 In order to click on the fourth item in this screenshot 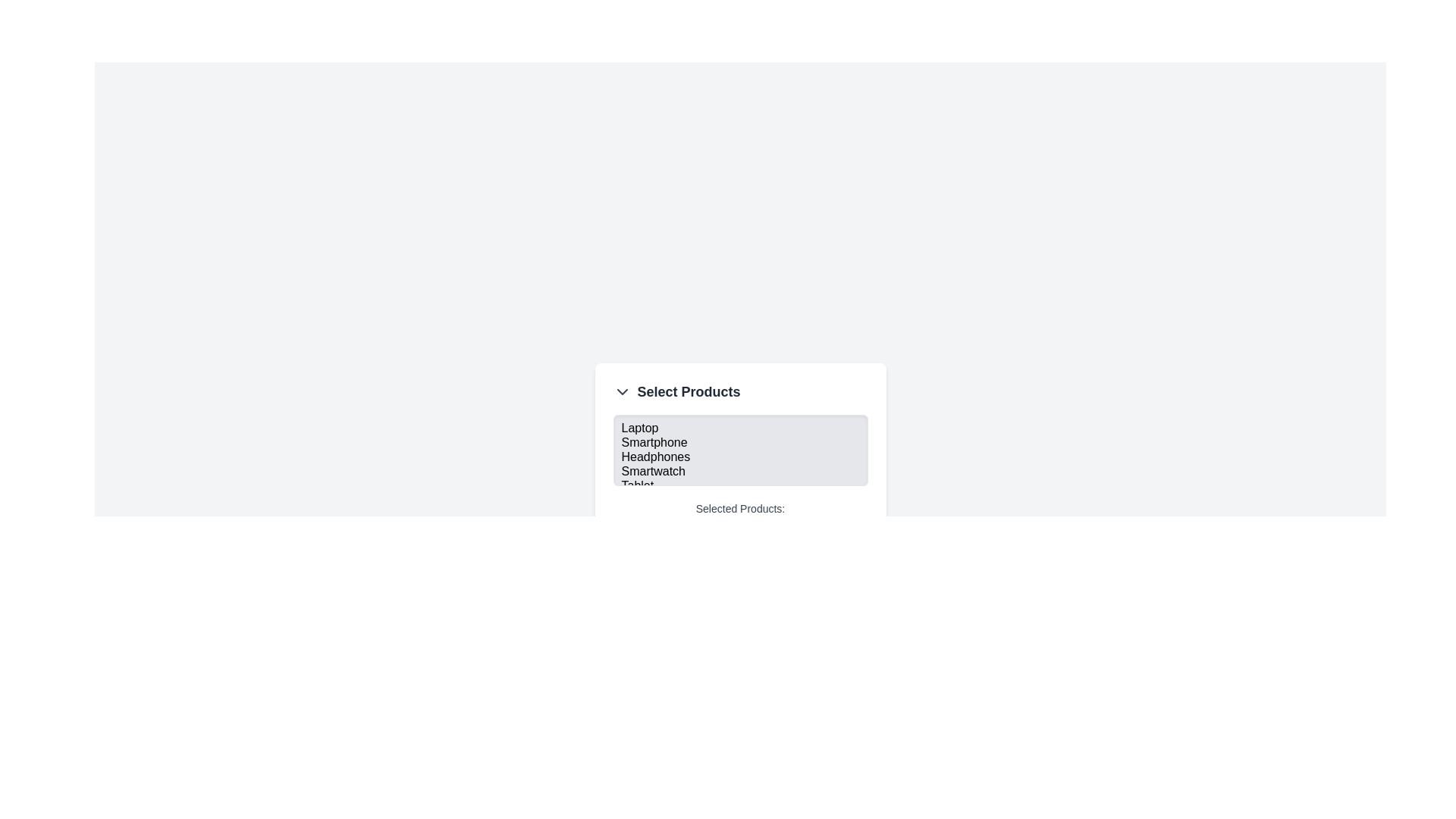, I will do `click(740, 471)`.